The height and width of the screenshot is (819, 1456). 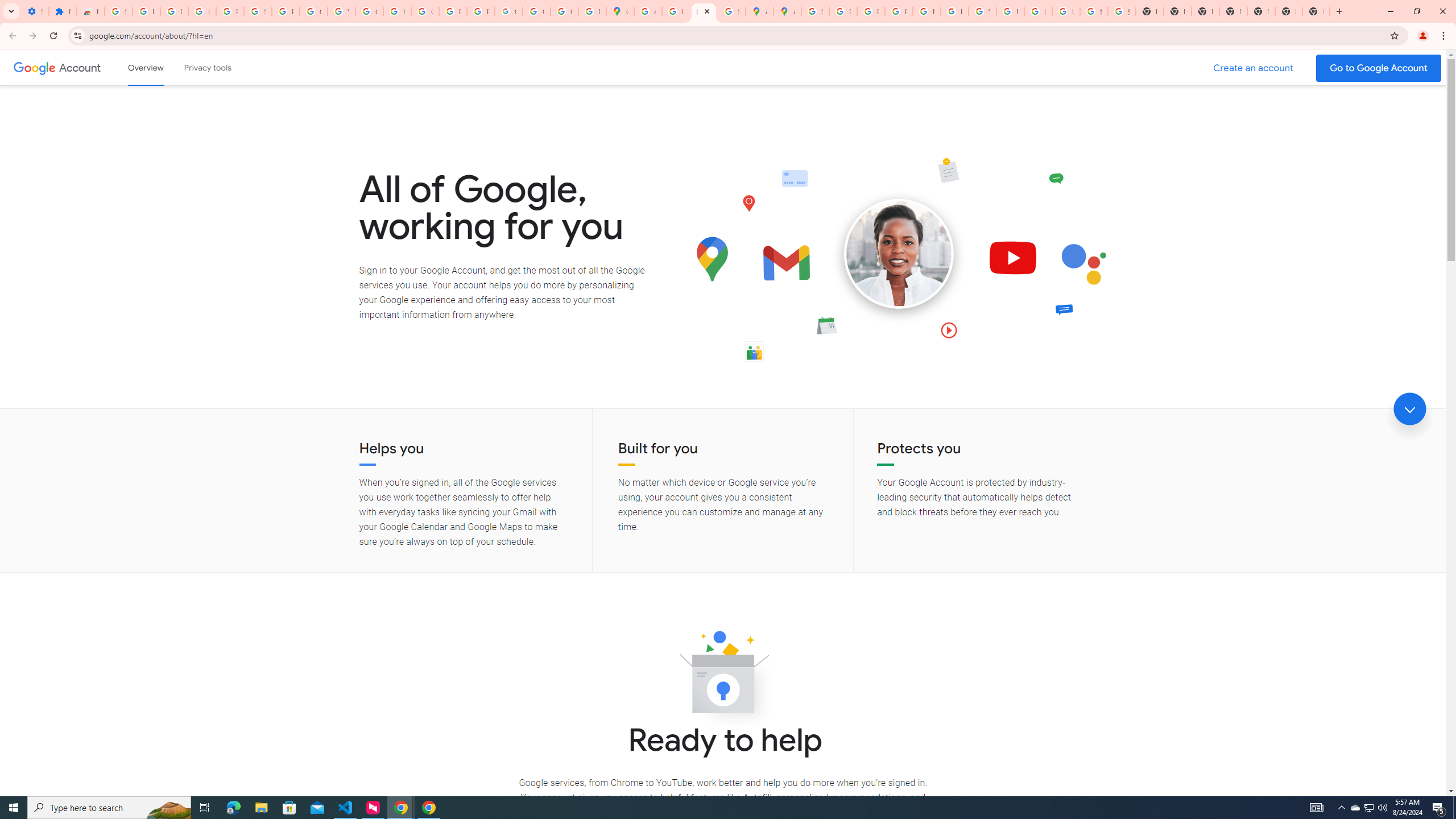 What do you see at coordinates (118, 11) in the screenshot?
I see `'Sign in - Google Accounts'` at bounding box center [118, 11].